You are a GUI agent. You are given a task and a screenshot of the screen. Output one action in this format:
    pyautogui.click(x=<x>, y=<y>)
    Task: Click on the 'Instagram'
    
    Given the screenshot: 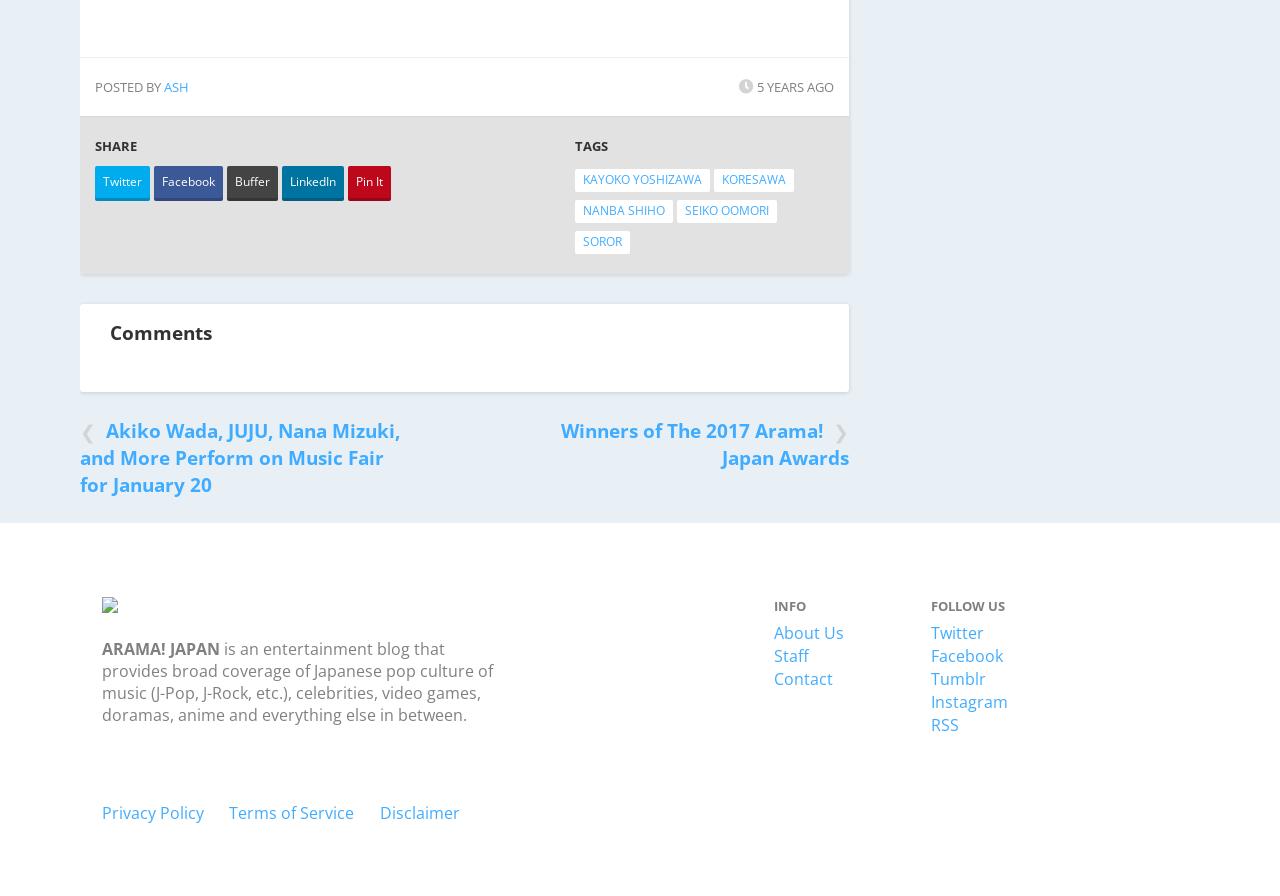 What is the action you would take?
    pyautogui.click(x=969, y=701)
    